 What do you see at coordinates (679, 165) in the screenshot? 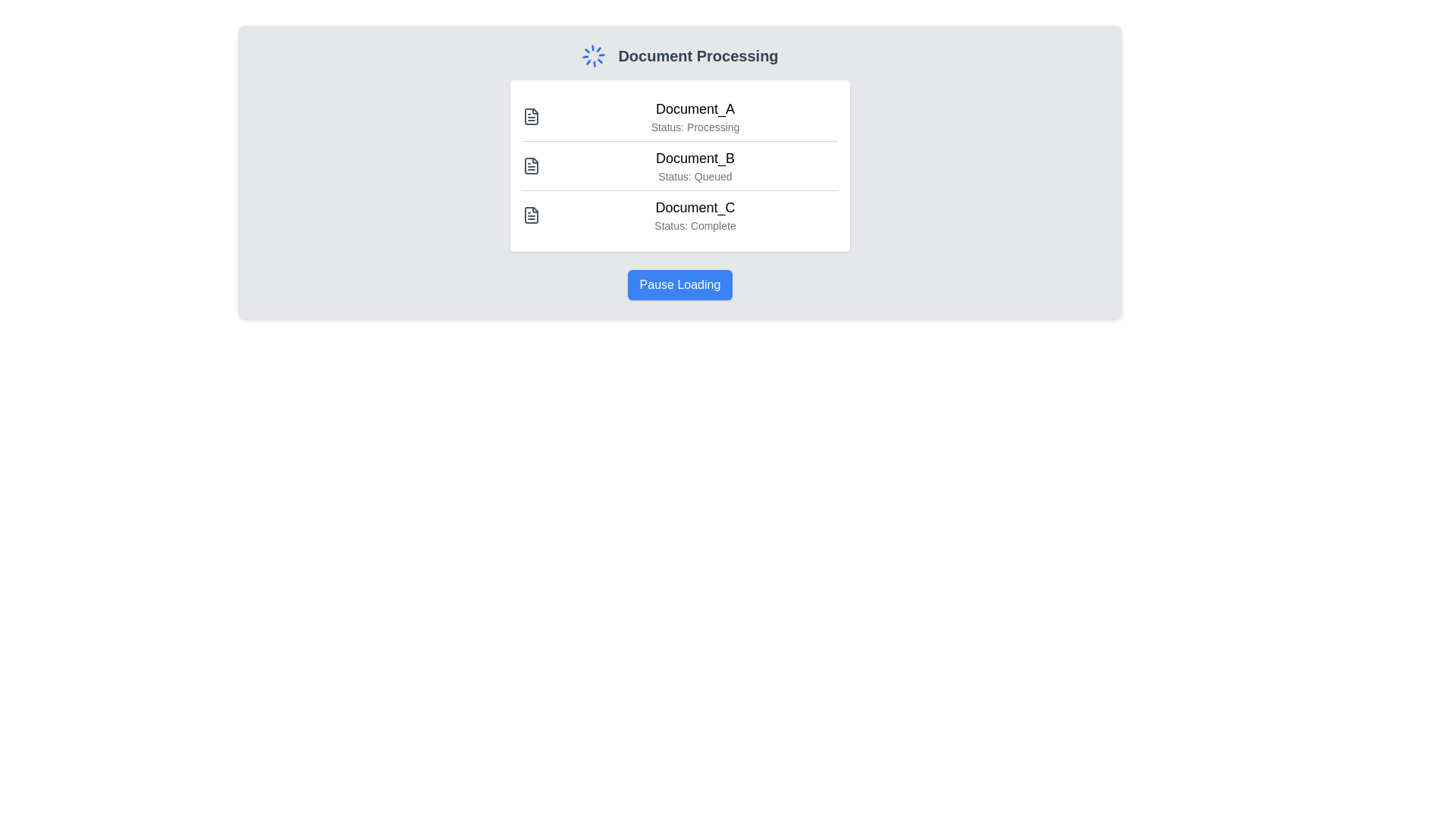
I see `the Informational label displaying 'Document_B: Status: Queued', which is the second item in the list of document statuses` at bounding box center [679, 165].